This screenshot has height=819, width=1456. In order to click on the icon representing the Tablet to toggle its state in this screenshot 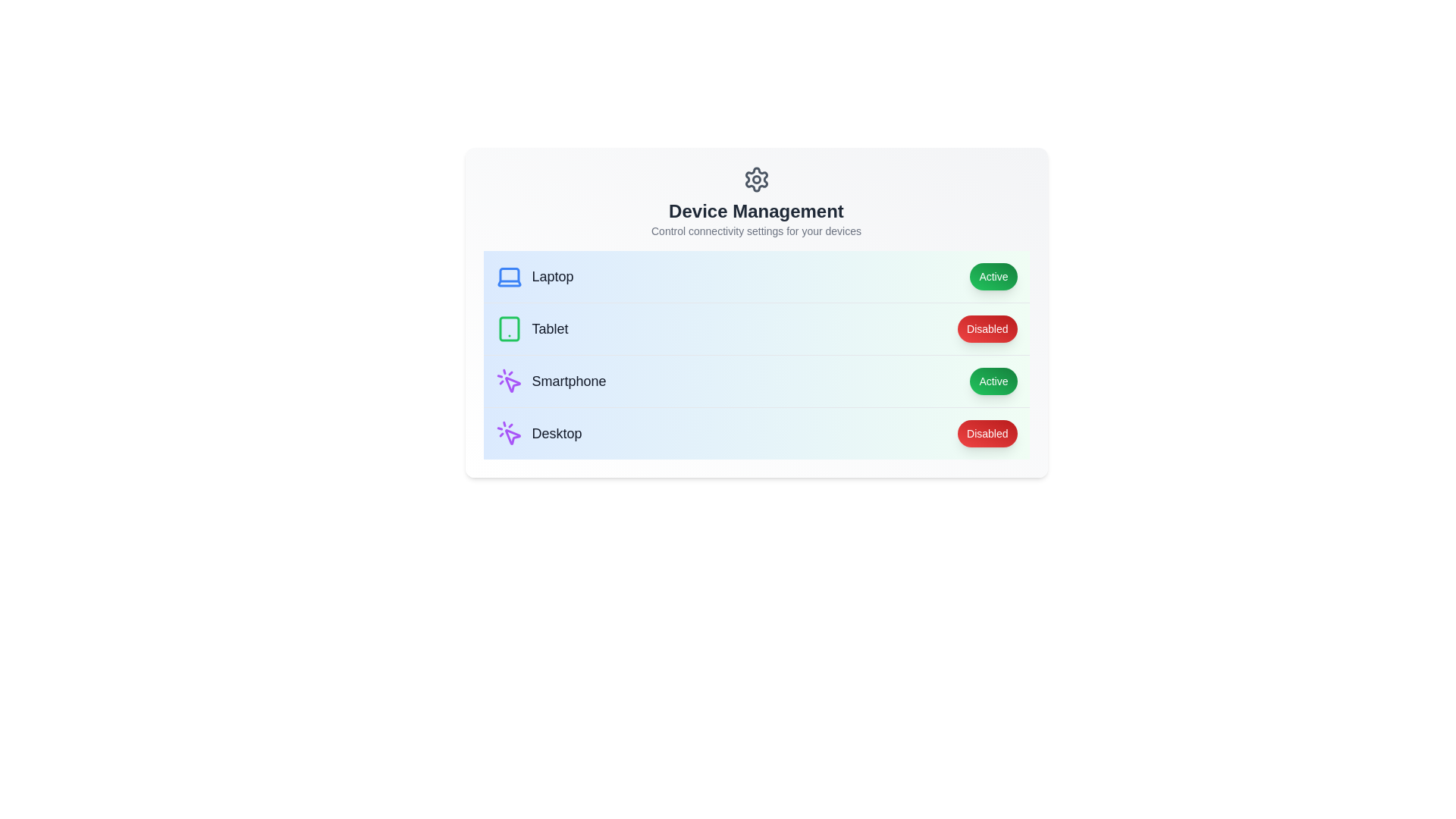, I will do `click(509, 328)`.